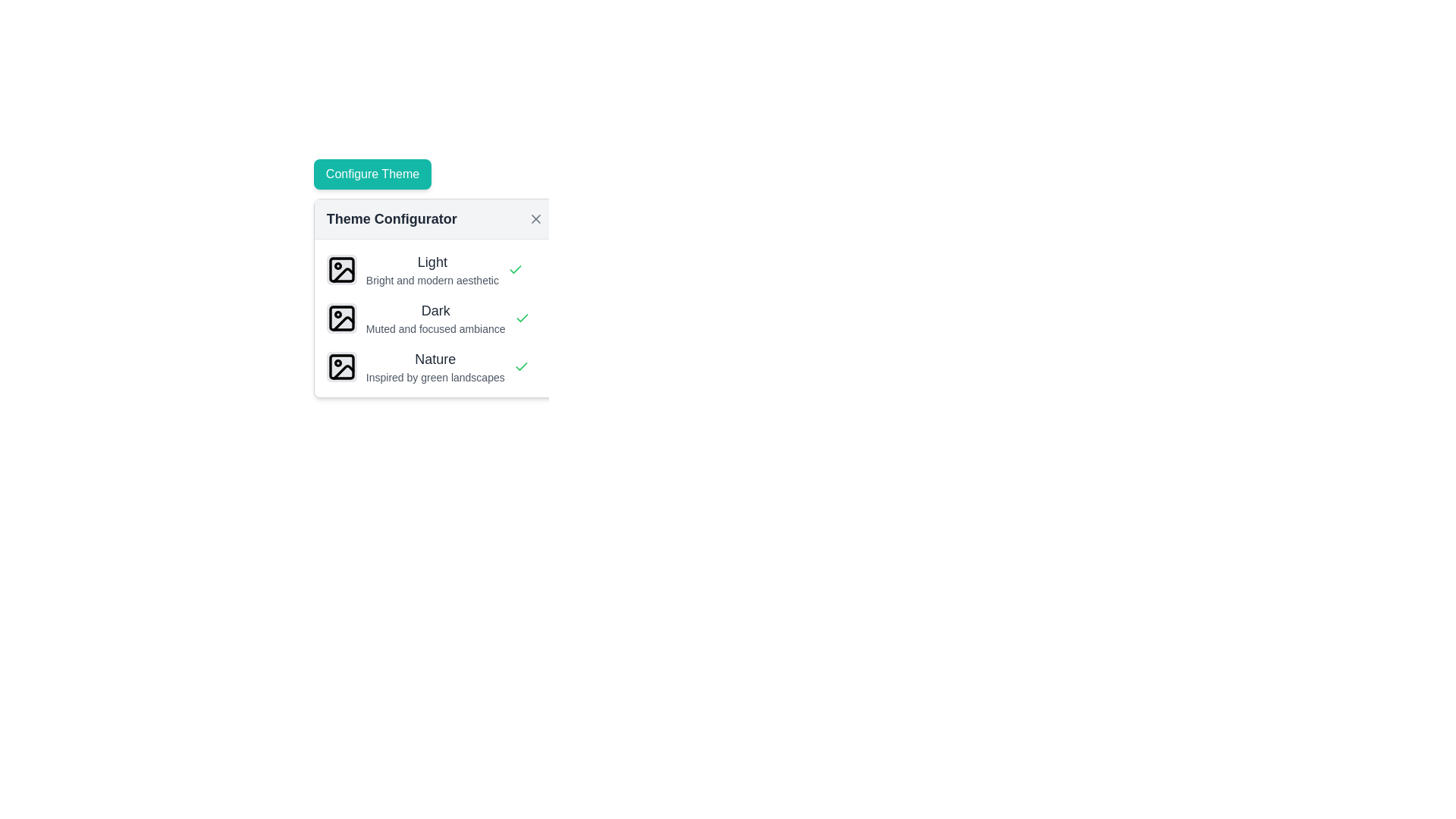 This screenshot has width=1456, height=819. I want to click on the 'X' icon (Close Button) located at the top-right corner of the 'Theme Configurator' header bar, so click(535, 219).